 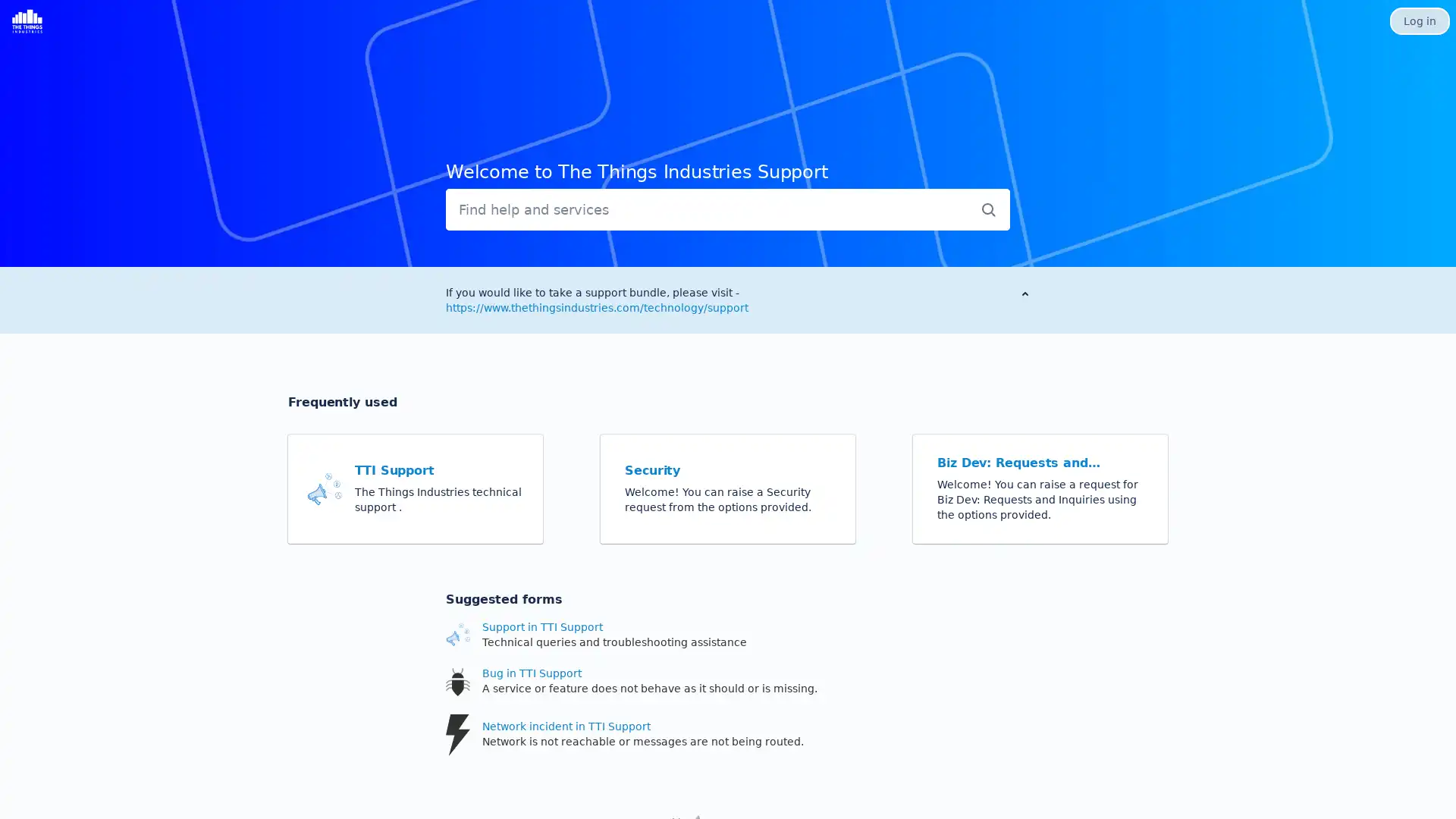 What do you see at coordinates (989, 209) in the screenshot?
I see `Submit search query` at bounding box center [989, 209].